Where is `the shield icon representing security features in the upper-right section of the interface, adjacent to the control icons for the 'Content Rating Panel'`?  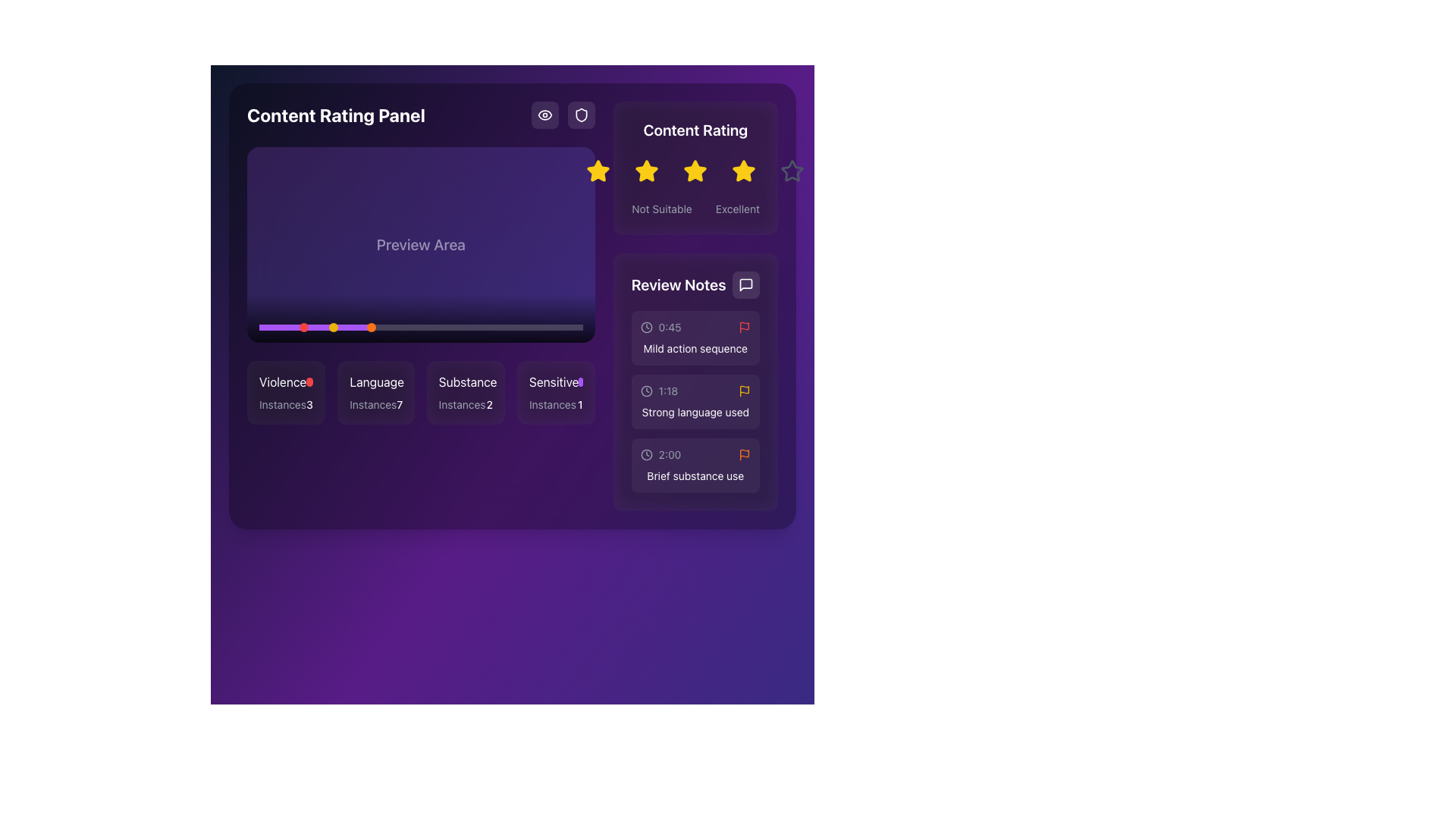
the shield icon representing security features in the upper-right section of the interface, adjacent to the control icons for the 'Content Rating Panel' is located at coordinates (580, 114).